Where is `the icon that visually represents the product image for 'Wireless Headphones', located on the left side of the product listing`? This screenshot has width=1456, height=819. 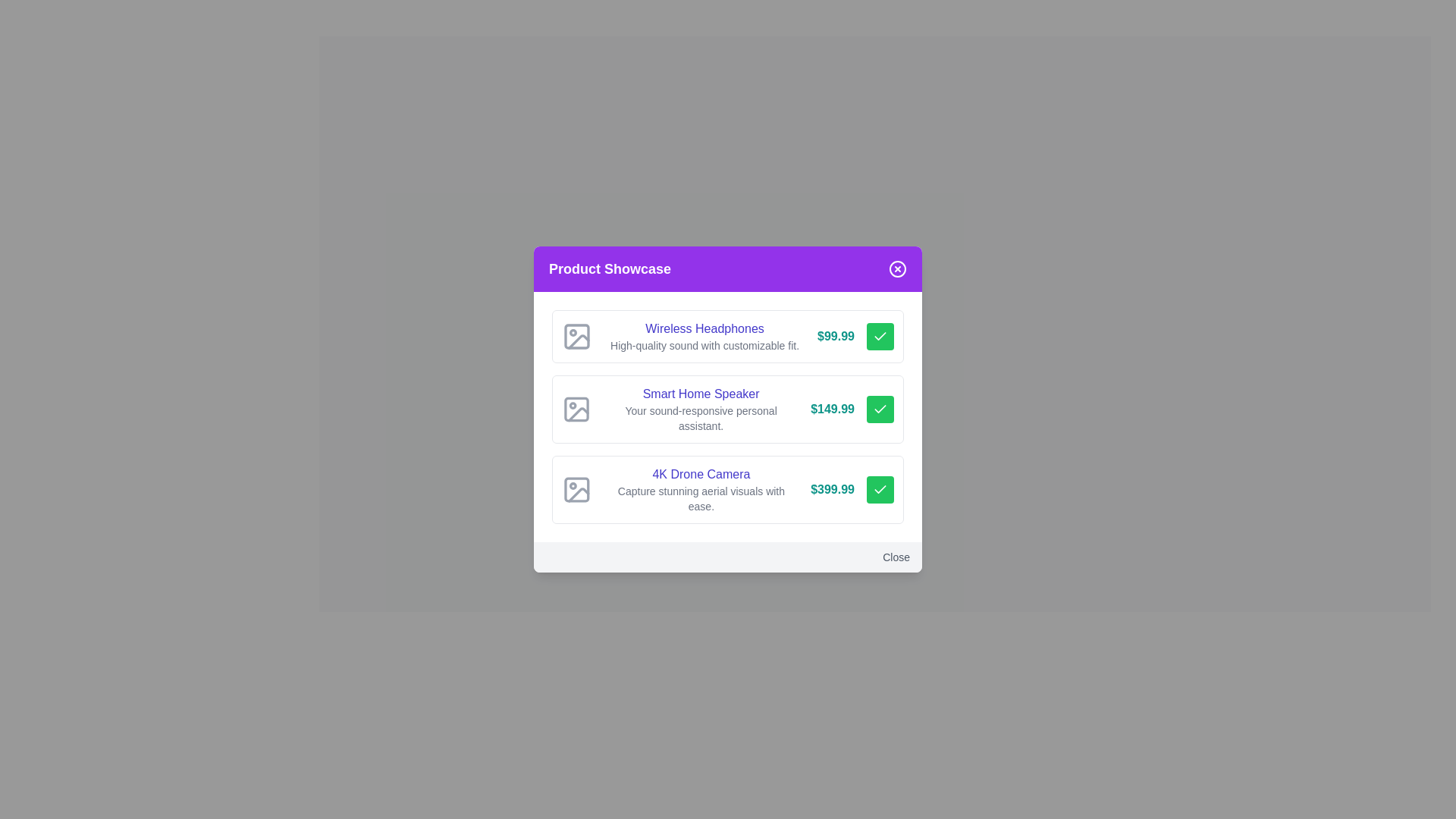
the icon that visually represents the product image for 'Wireless Headphones', located on the left side of the product listing is located at coordinates (576, 335).